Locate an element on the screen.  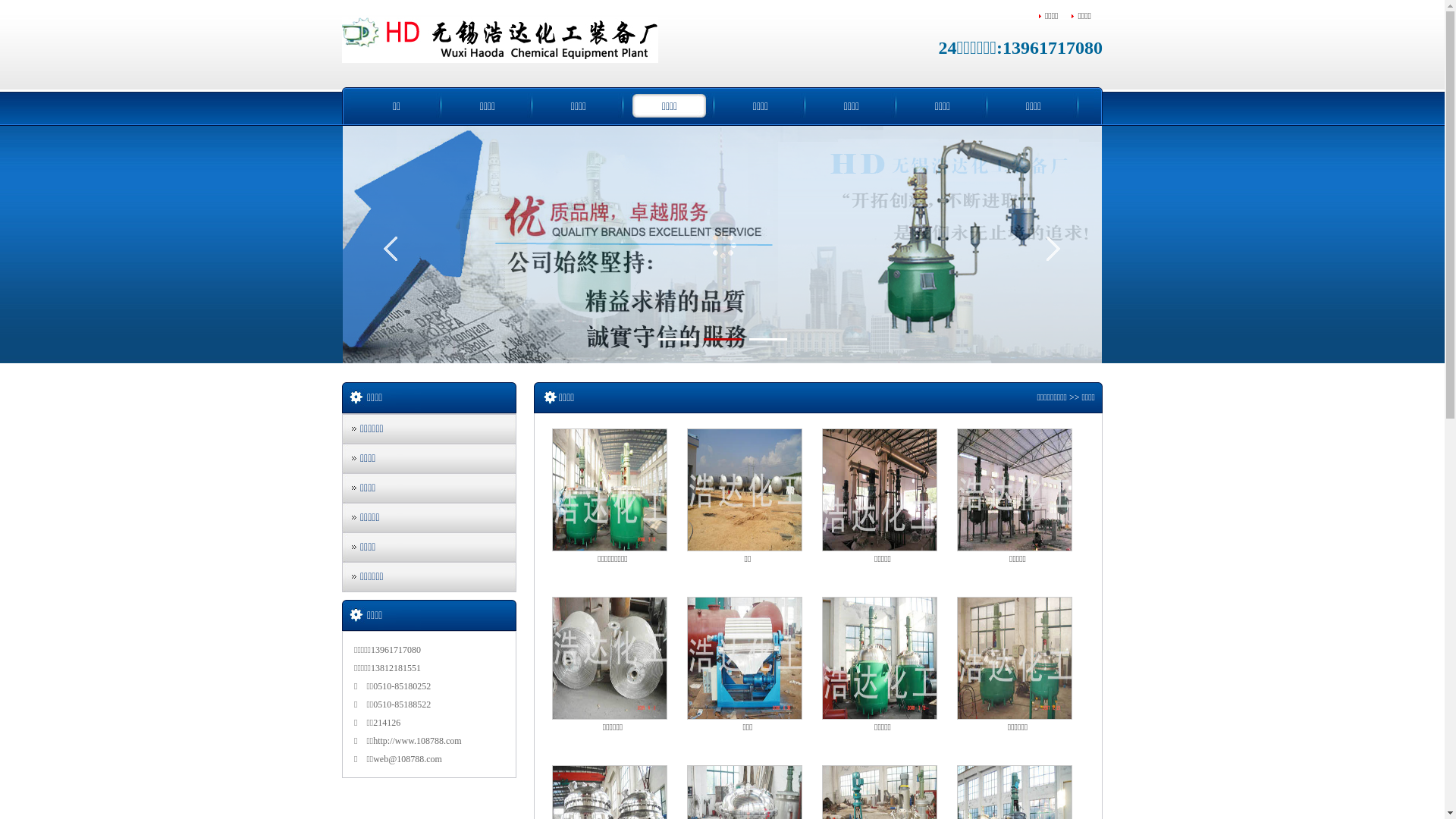
'3' is located at coordinates (767, 338).